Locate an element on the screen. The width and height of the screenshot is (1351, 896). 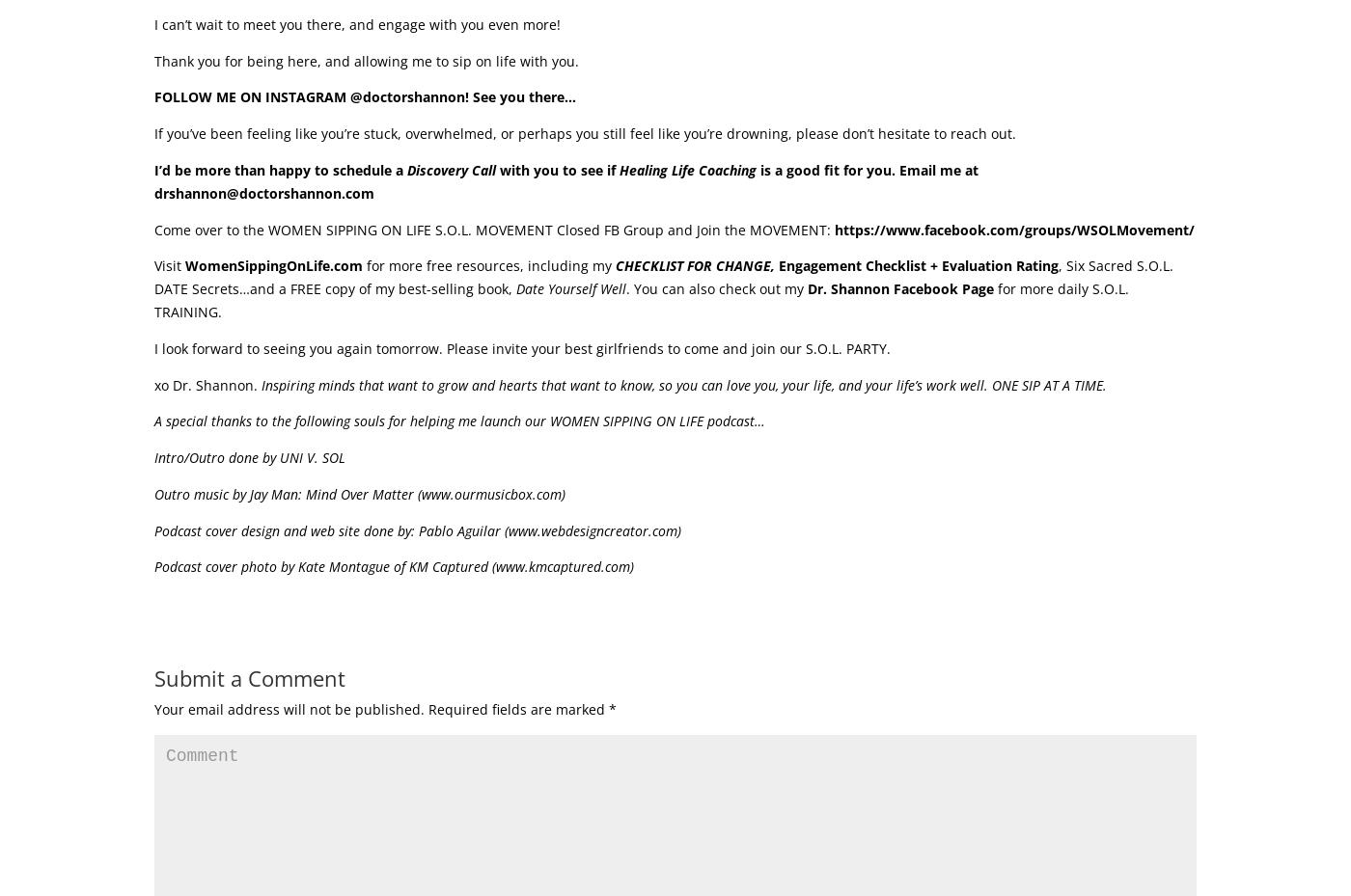
'If you’ve been feeling like you’re stuck, overwhelmed, or perhaps you still feel like you’re drowning, please don’t hesitate to reach out.' is located at coordinates (154, 133).